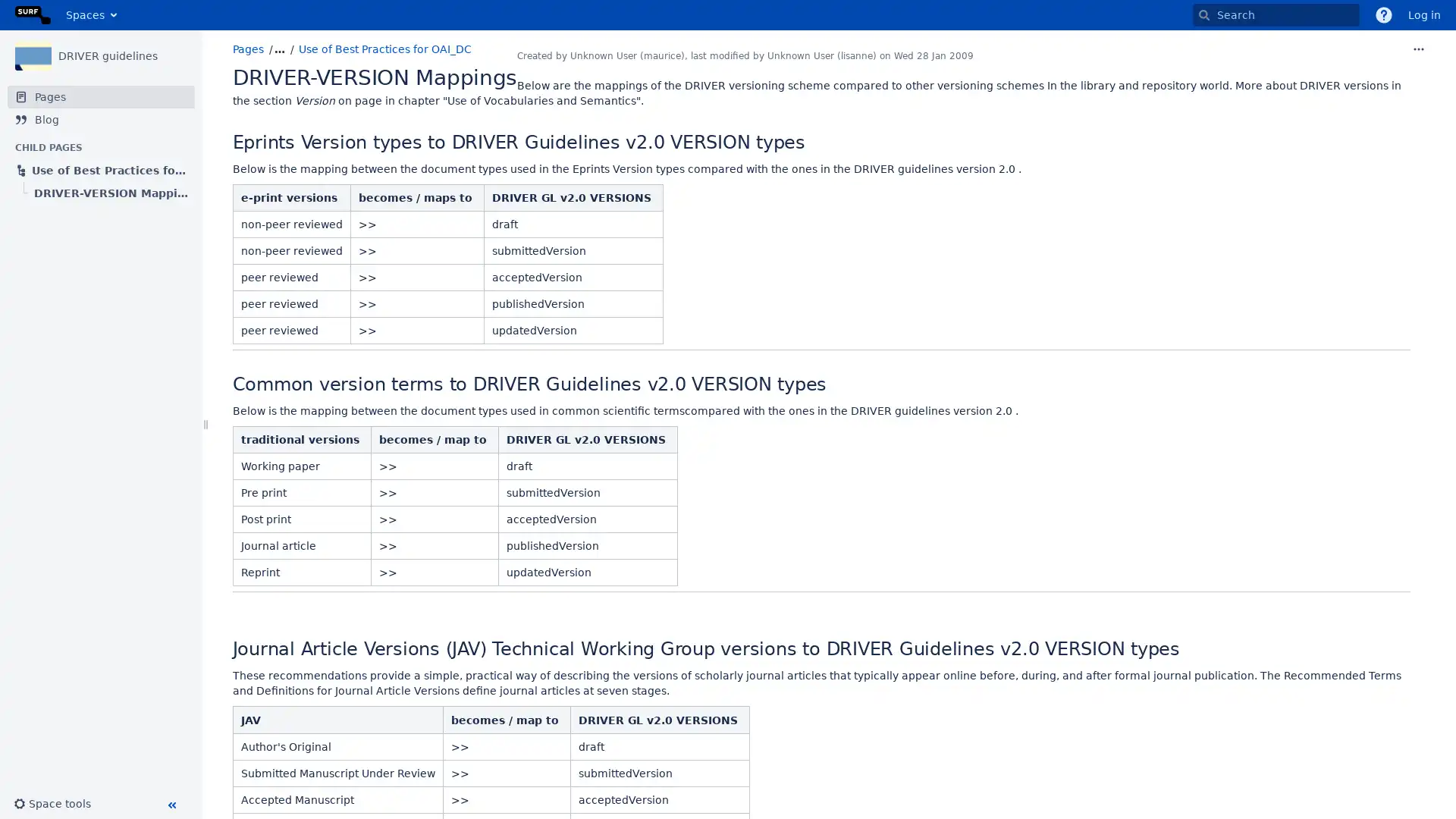 This screenshot has width=1456, height=819. I want to click on Collapse sidebar ( [ ), so click(171, 804).